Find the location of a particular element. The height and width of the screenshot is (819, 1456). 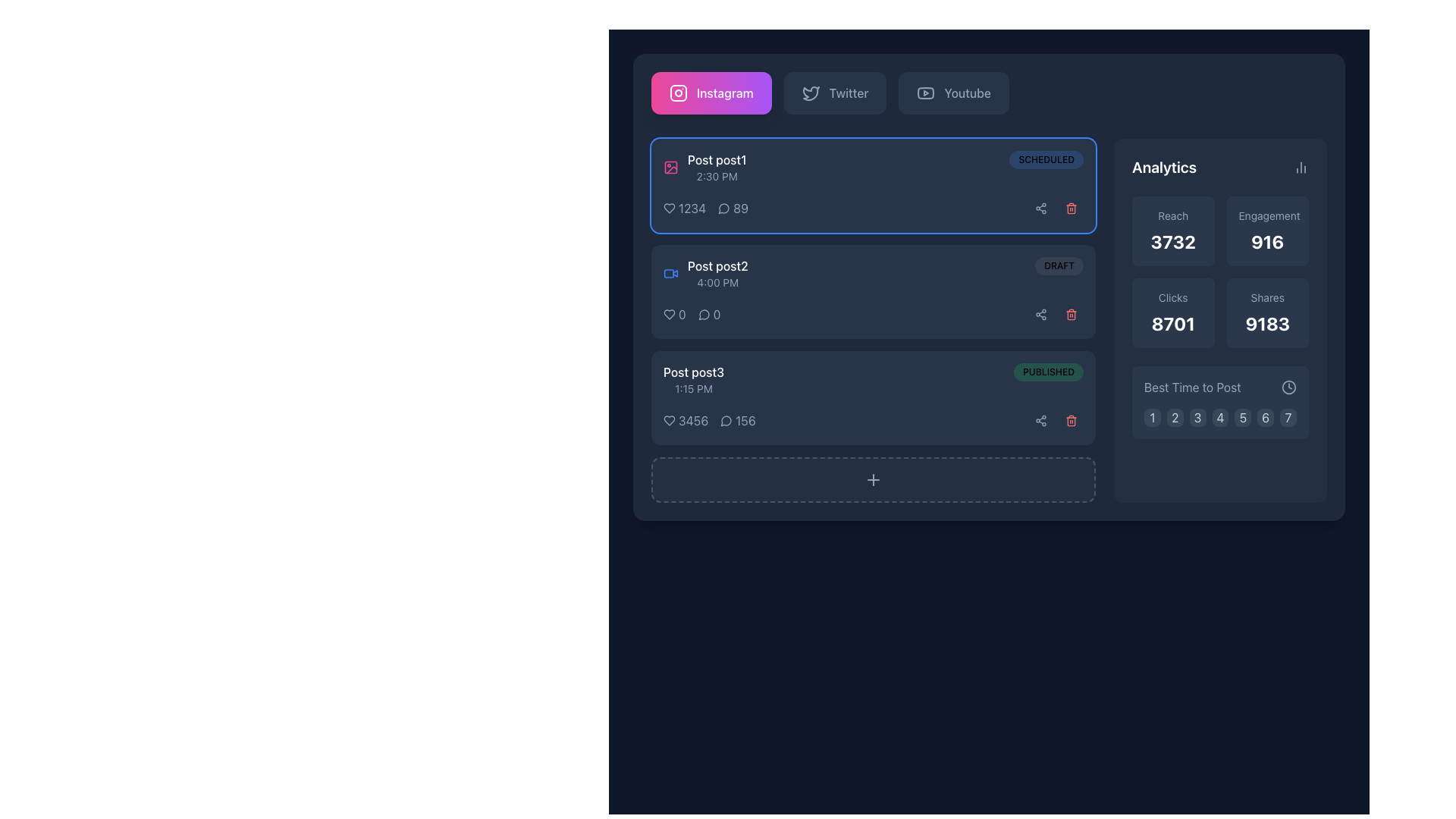

the small text label reading 'Reach' in light gray color, located in the 'Analytics' section on the right-hand side of the interface is located at coordinates (1172, 216).